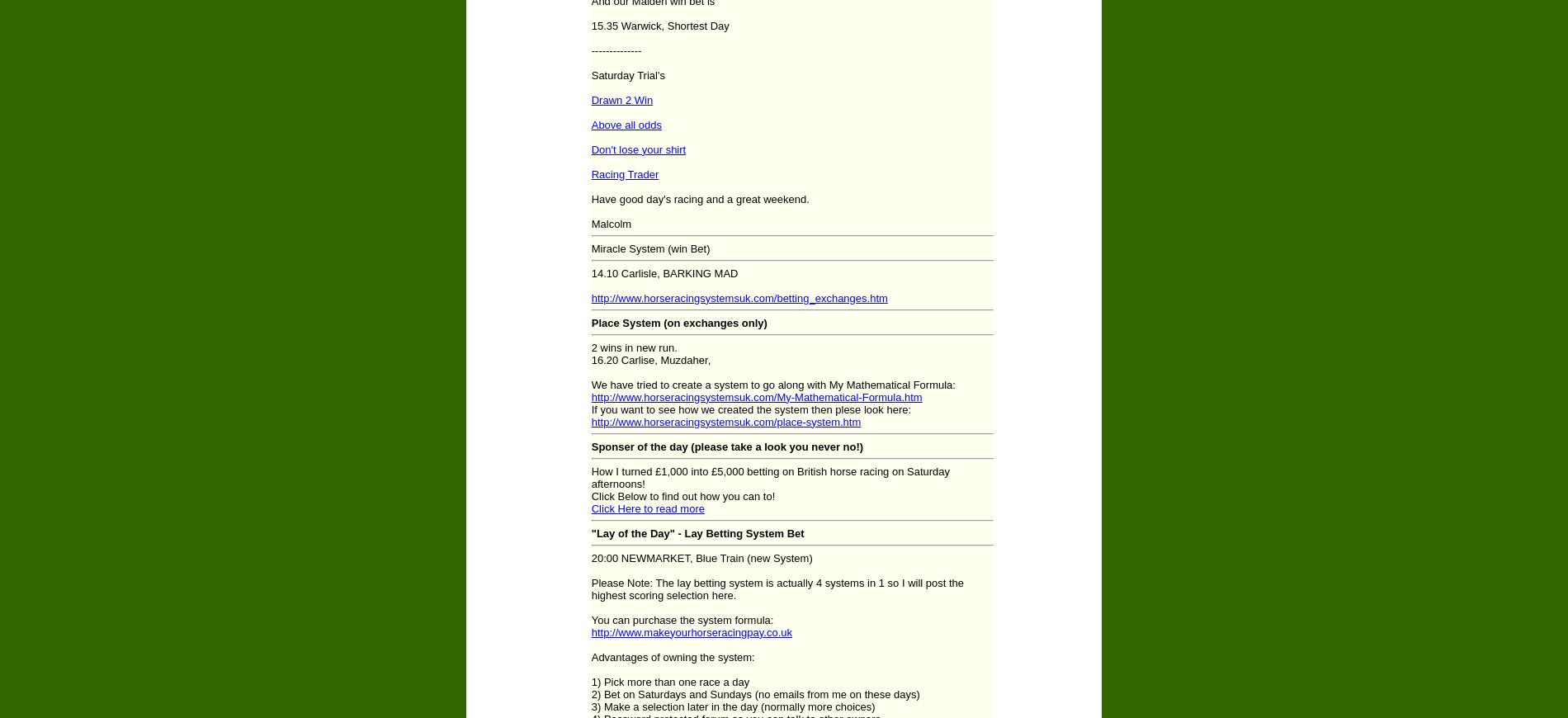 This screenshot has width=1568, height=718. What do you see at coordinates (754, 693) in the screenshot?
I see `'2) Bet on Saturdays and Sundays (no emails from me on these days)'` at bounding box center [754, 693].